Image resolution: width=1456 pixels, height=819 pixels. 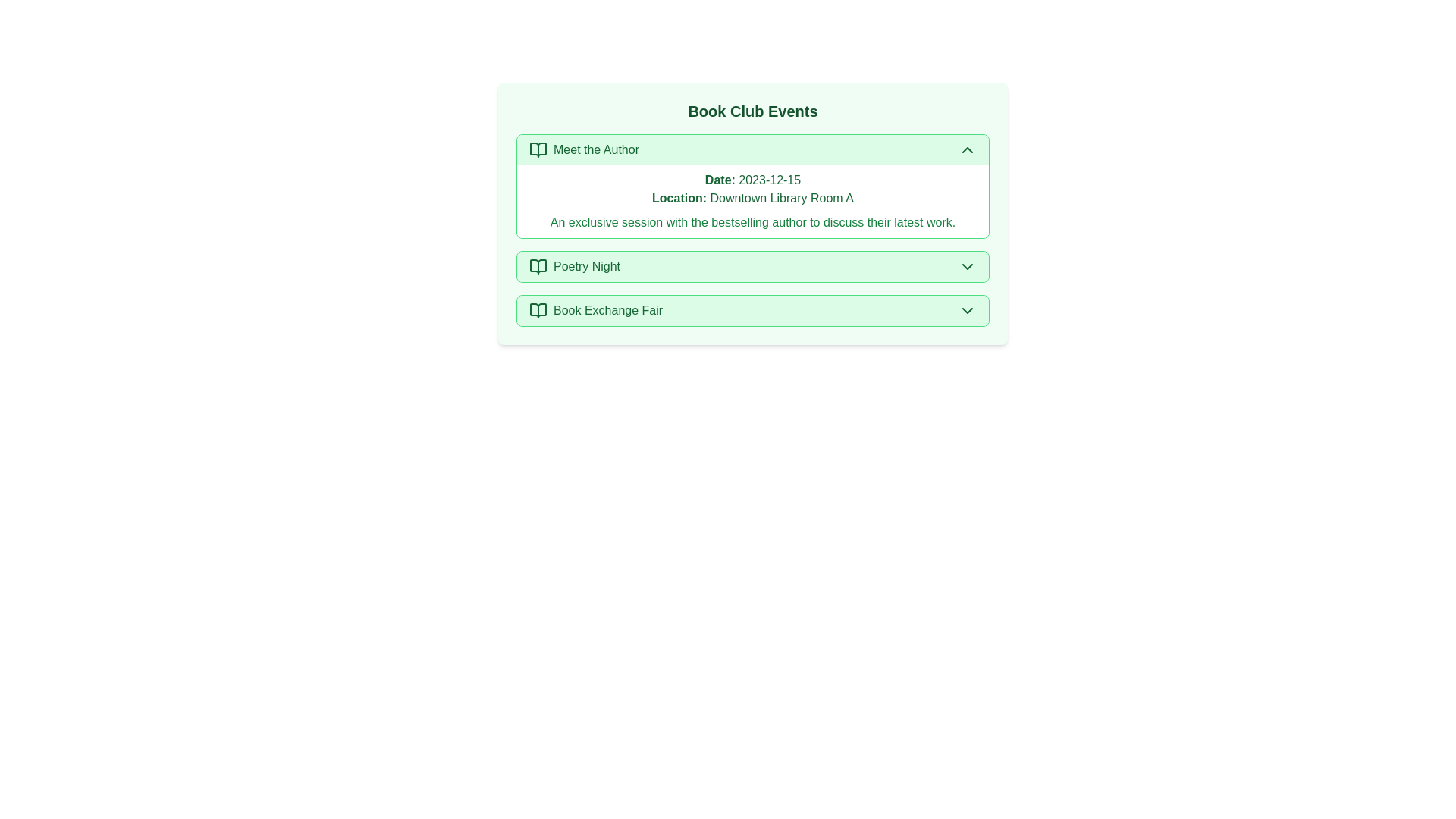 What do you see at coordinates (574, 265) in the screenshot?
I see `the 'Poetry Night' text label with an open book icon to associate the icon with the event title` at bounding box center [574, 265].